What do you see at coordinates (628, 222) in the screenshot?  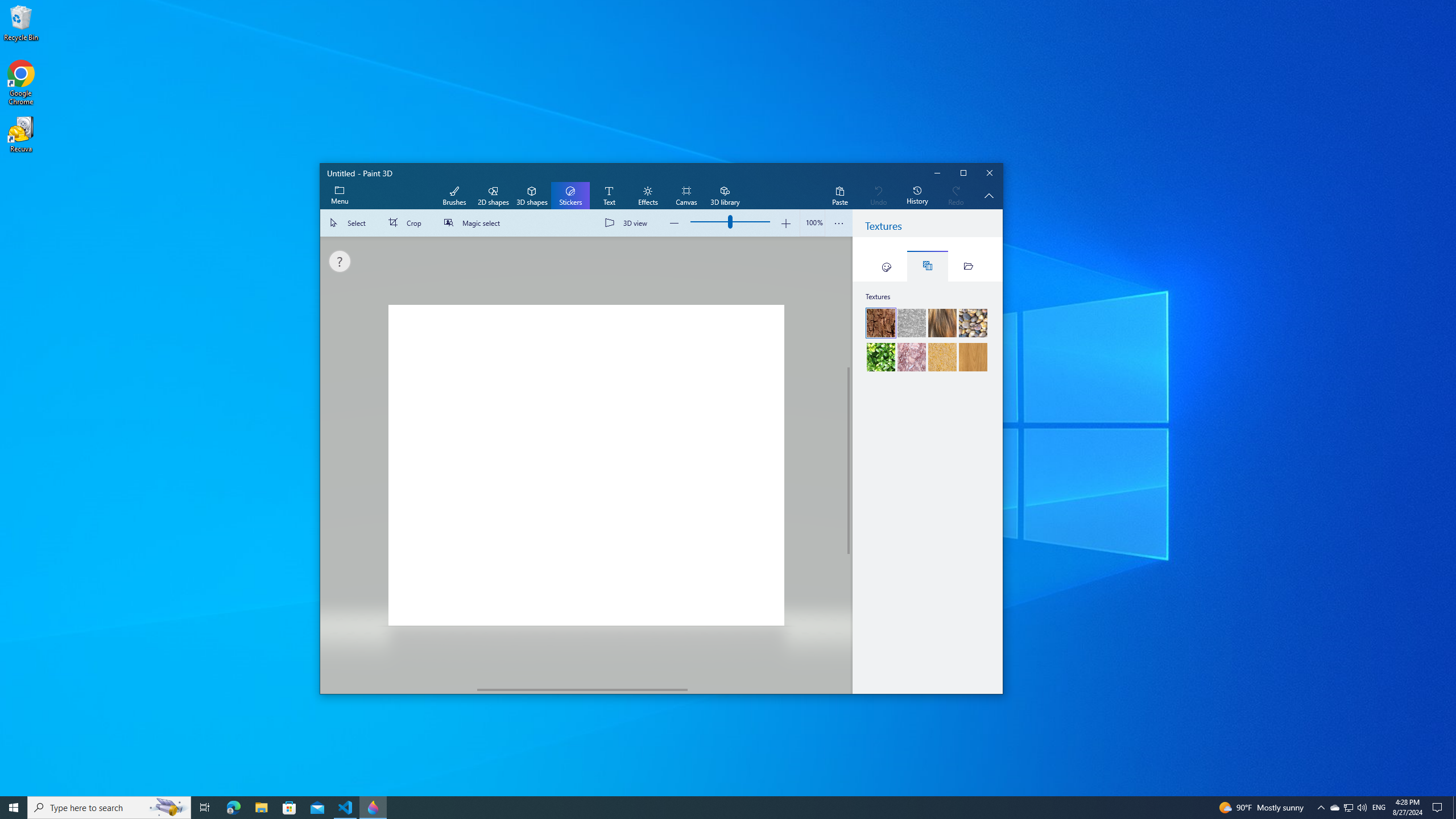 I see `'3D view'` at bounding box center [628, 222].